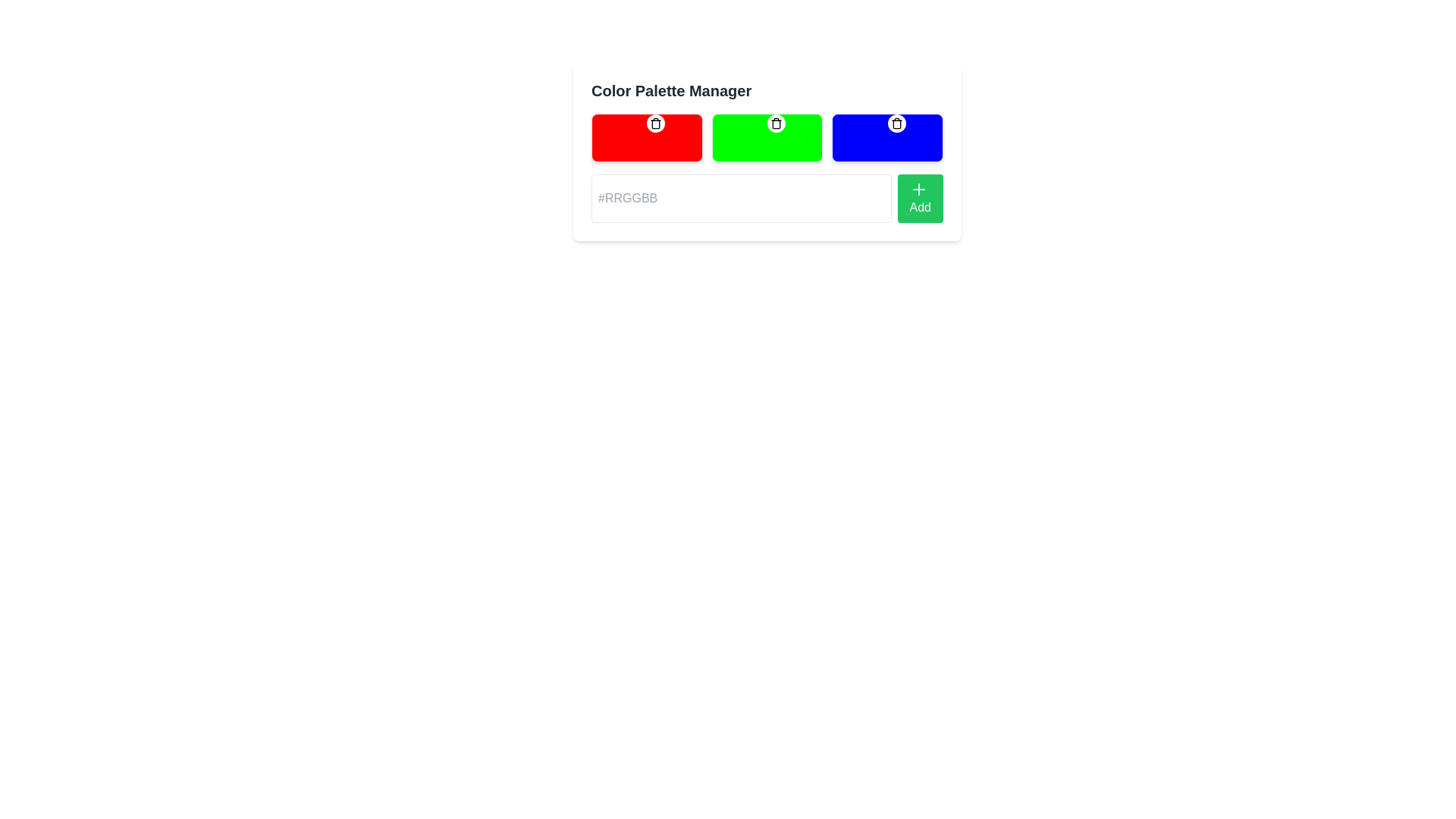 This screenshot has width=1456, height=819. What do you see at coordinates (896, 122) in the screenshot?
I see `the button located on the top right corner of the blue rectangular tile` at bounding box center [896, 122].